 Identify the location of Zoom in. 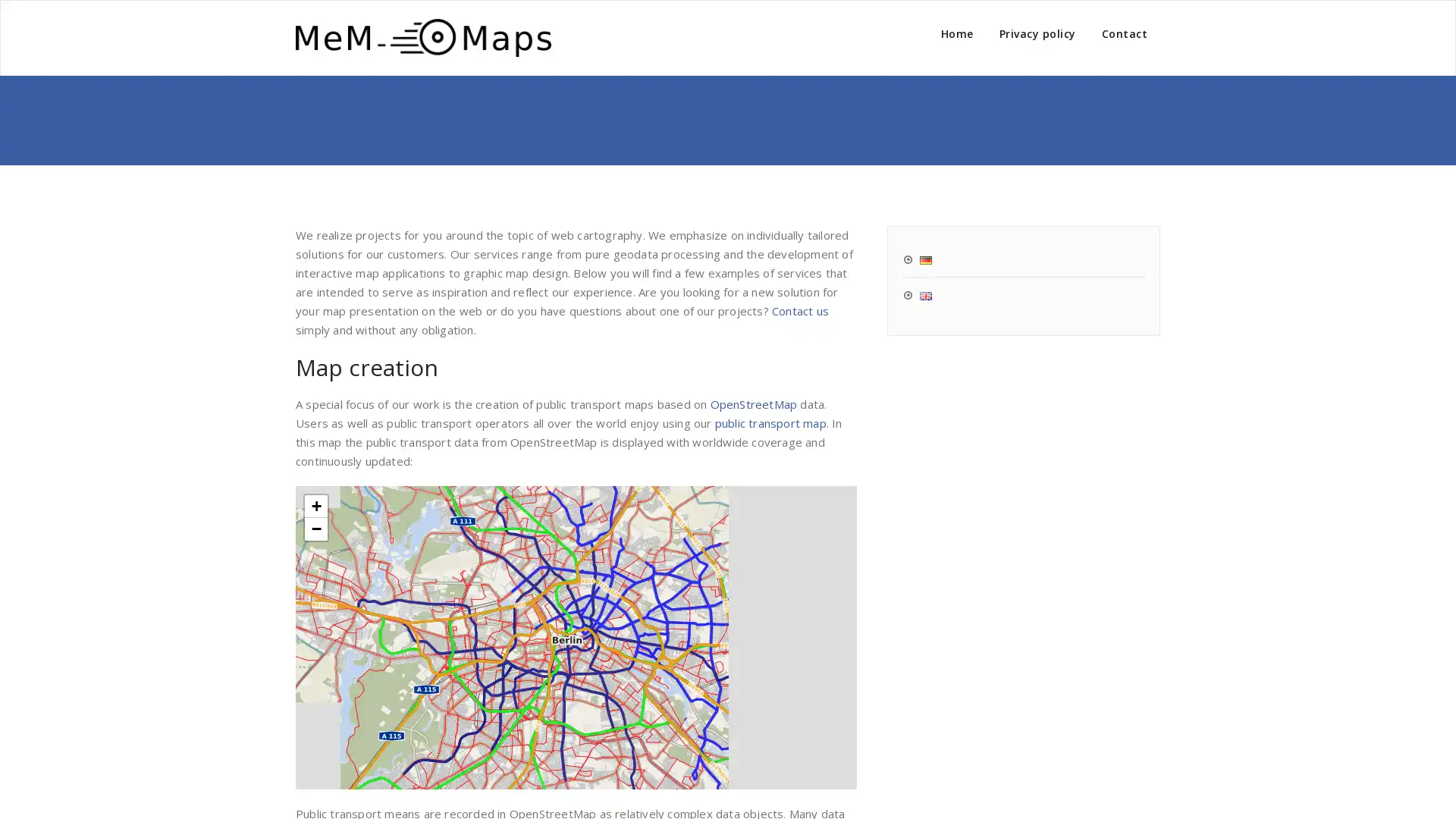
(315, 506).